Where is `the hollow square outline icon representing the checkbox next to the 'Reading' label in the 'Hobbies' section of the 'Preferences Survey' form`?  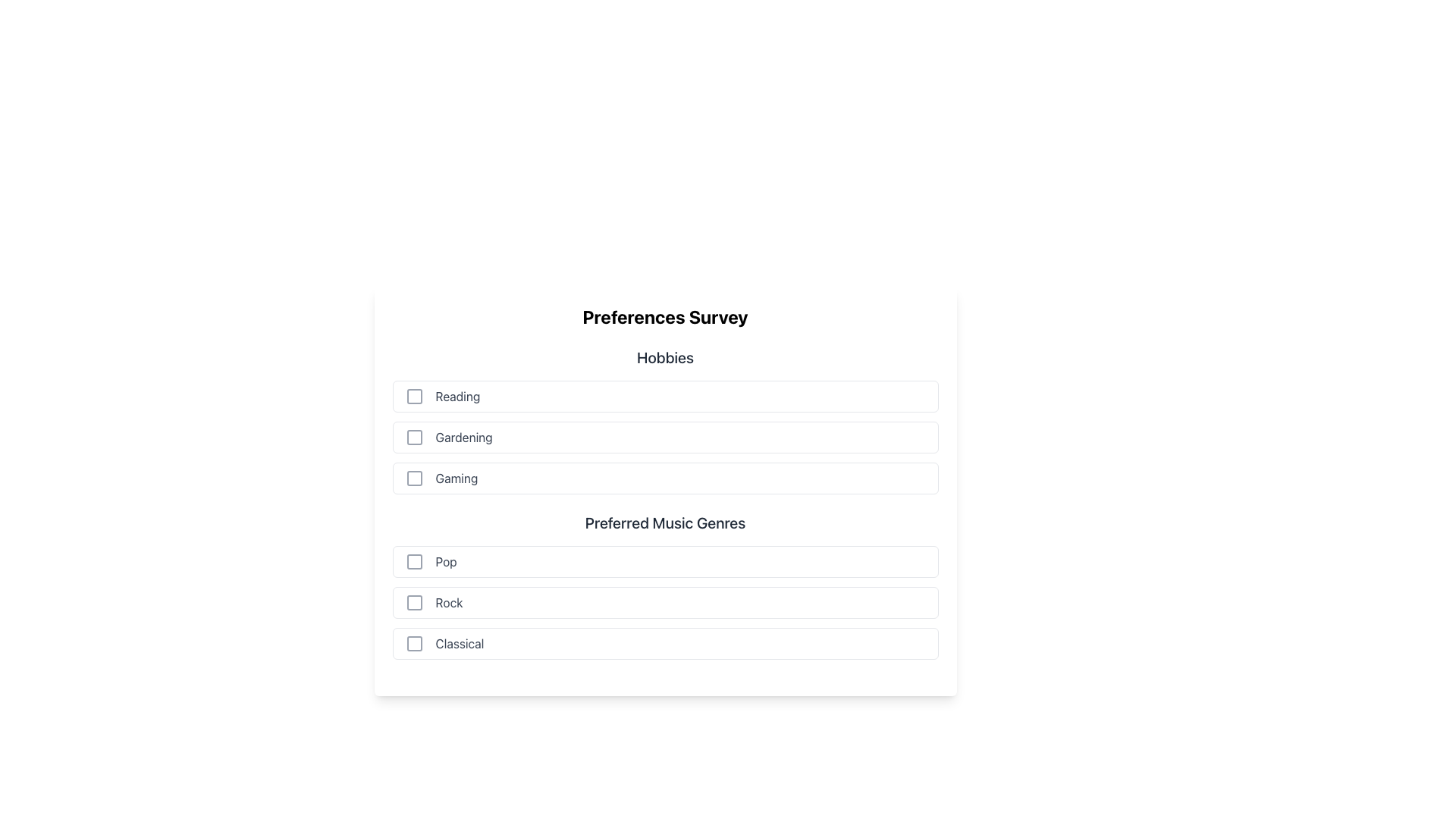 the hollow square outline icon representing the checkbox next to the 'Reading' label in the 'Hobbies' section of the 'Preferences Survey' form is located at coordinates (414, 396).